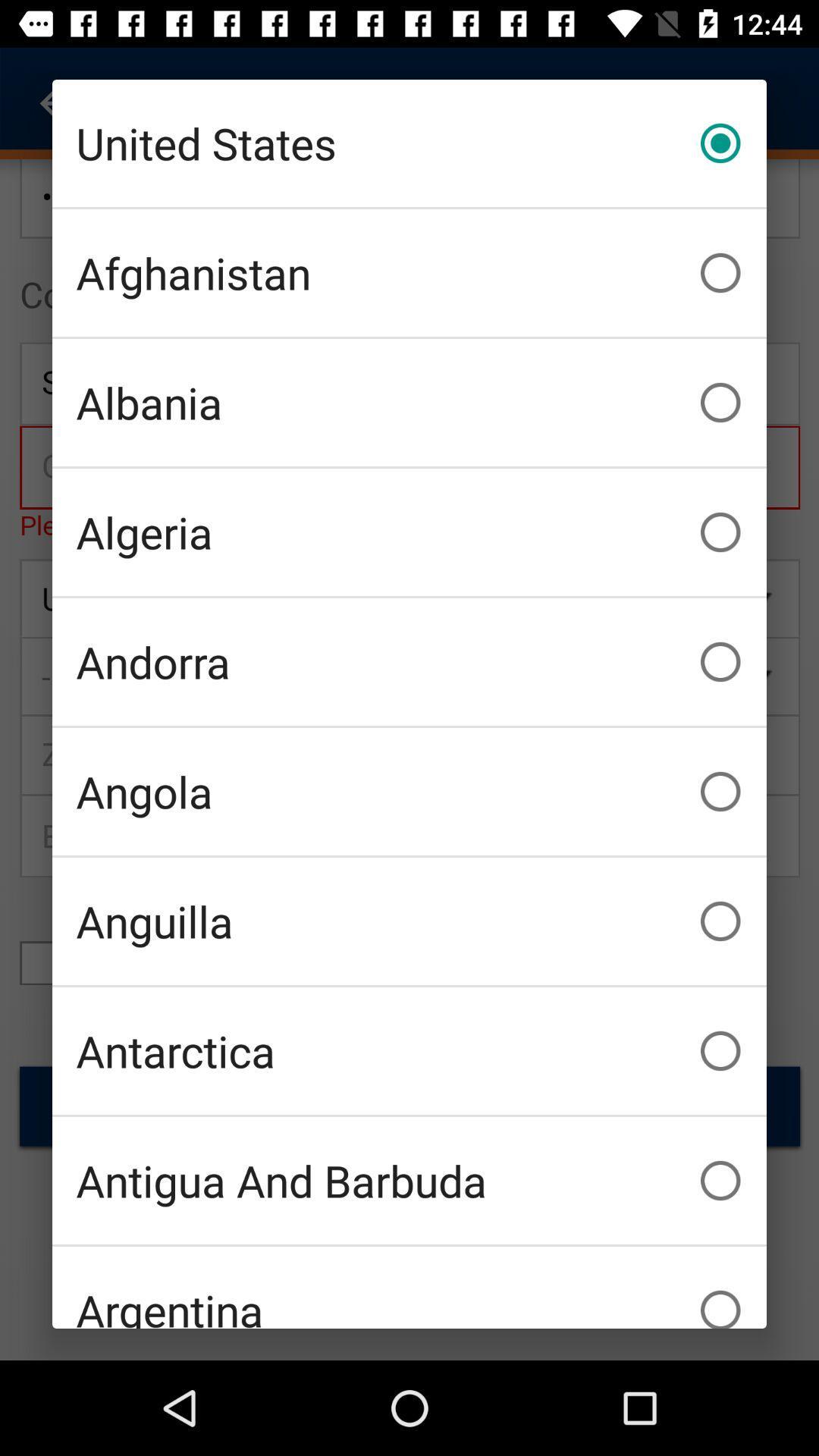 This screenshot has height=1456, width=819. What do you see at coordinates (409, 662) in the screenshot?
I see `icon below algeria` at bounding box center [409, 662].